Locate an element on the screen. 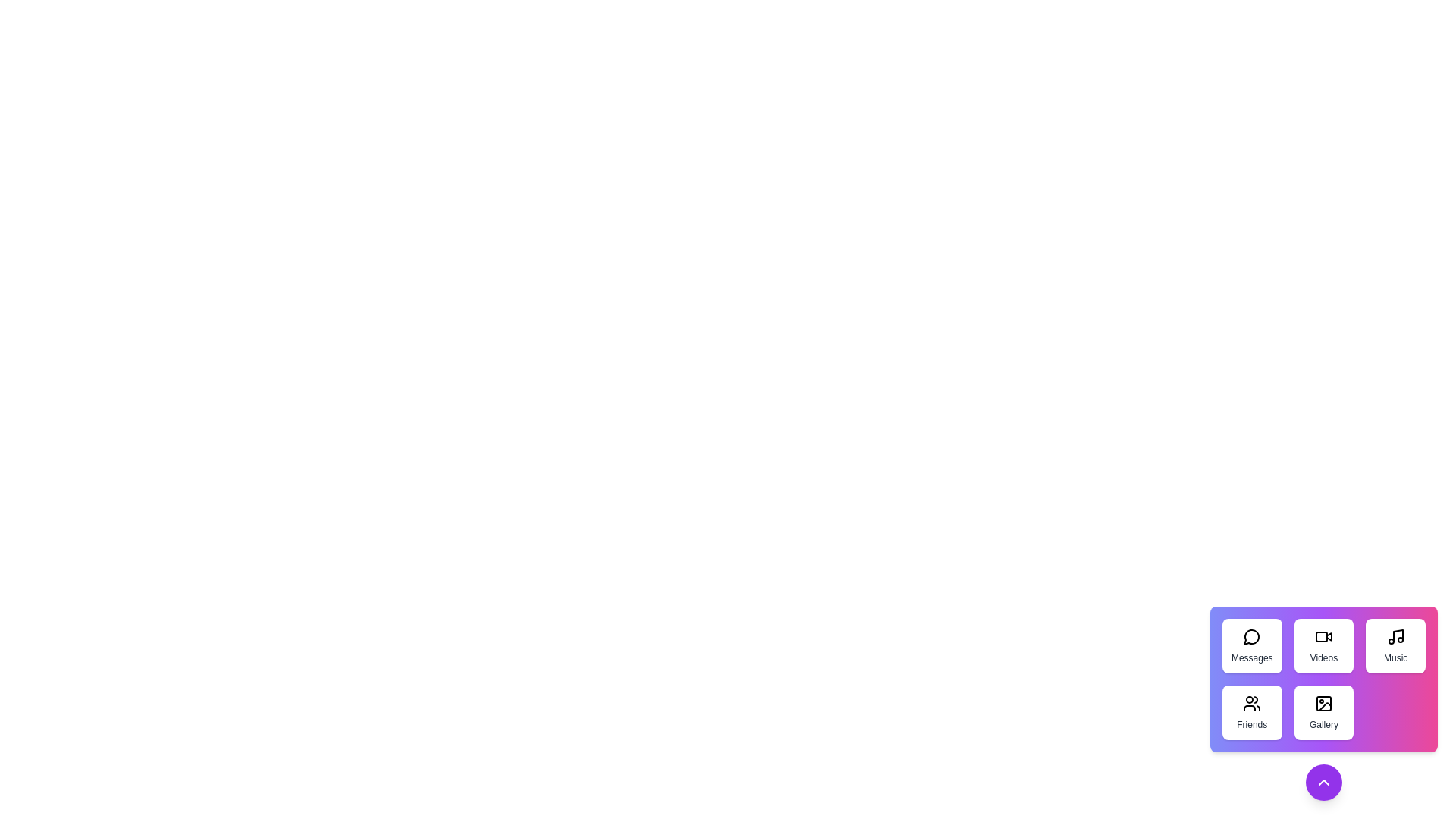 The width and height of the screenshot is (1456, 819). the 'Friends' button is located at coordinates (1252, 713).